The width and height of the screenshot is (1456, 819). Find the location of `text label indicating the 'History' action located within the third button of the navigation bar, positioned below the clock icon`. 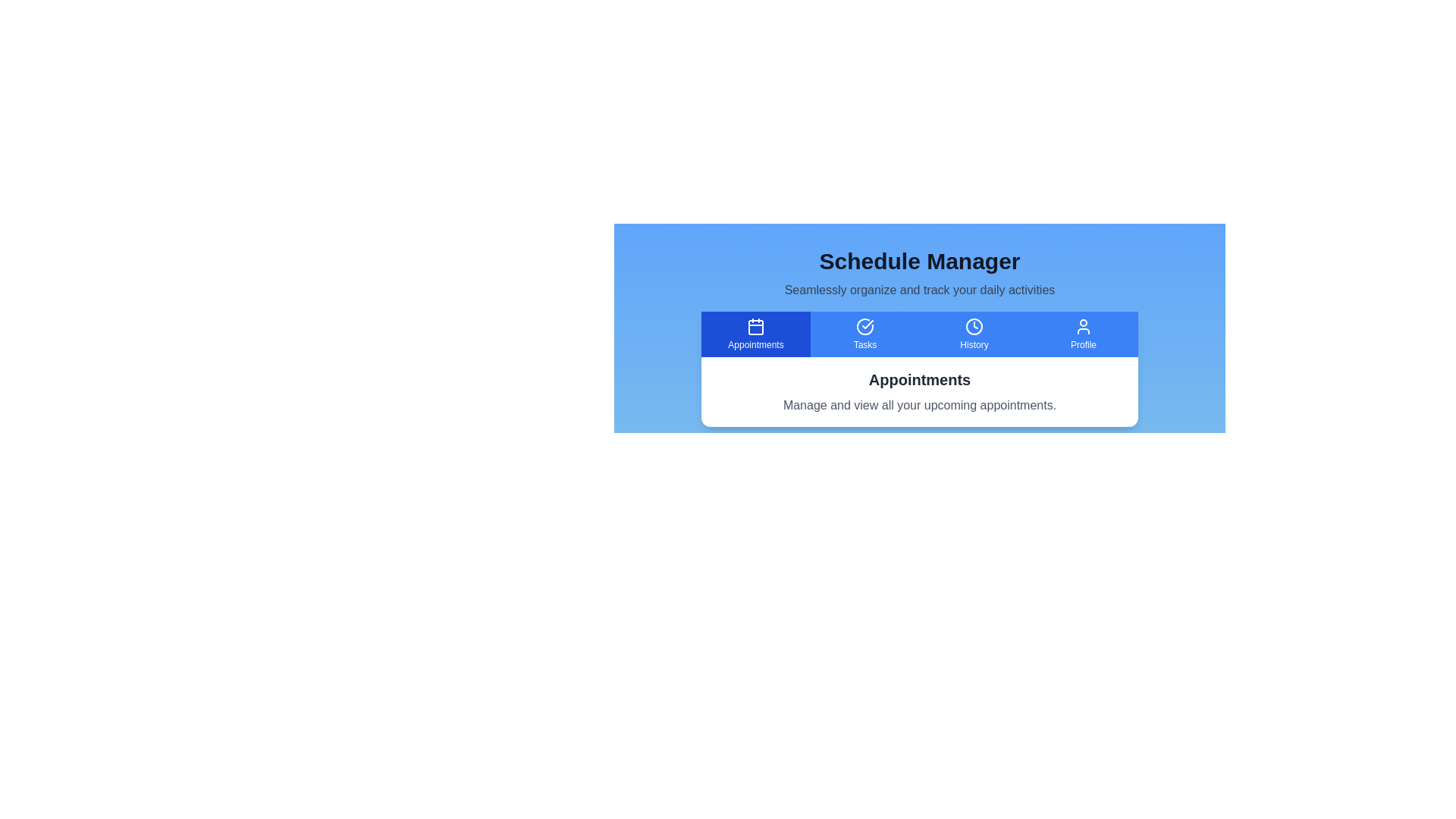

text label indicating the 'History' action located within the third button of the navigation bar, positioned below the clock icon is located at coordinates (974, 345).